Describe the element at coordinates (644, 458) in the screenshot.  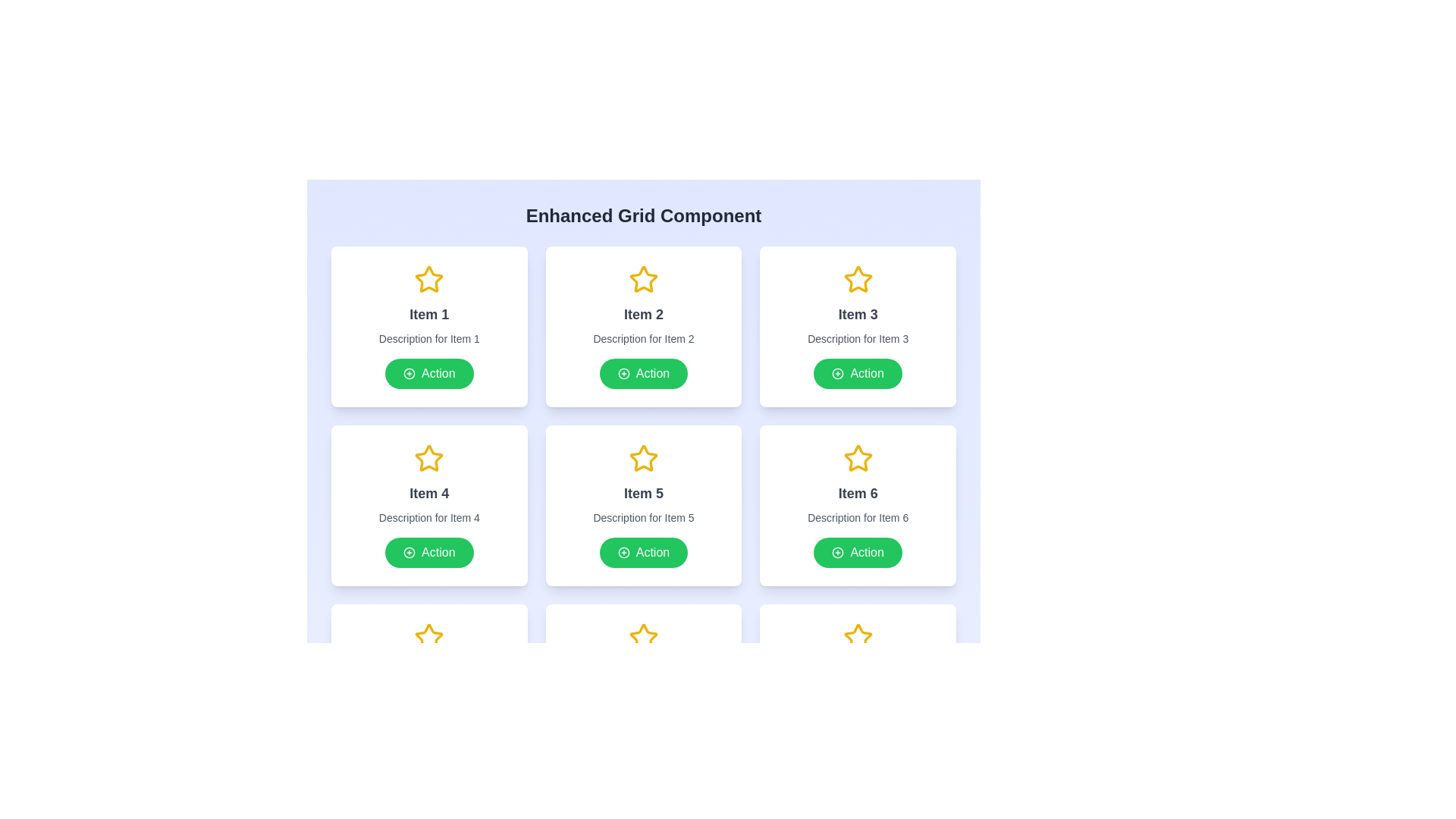
I see `the favorite icon located at the top center of the card labeled 'Item 5' in the grid layout` at that location.